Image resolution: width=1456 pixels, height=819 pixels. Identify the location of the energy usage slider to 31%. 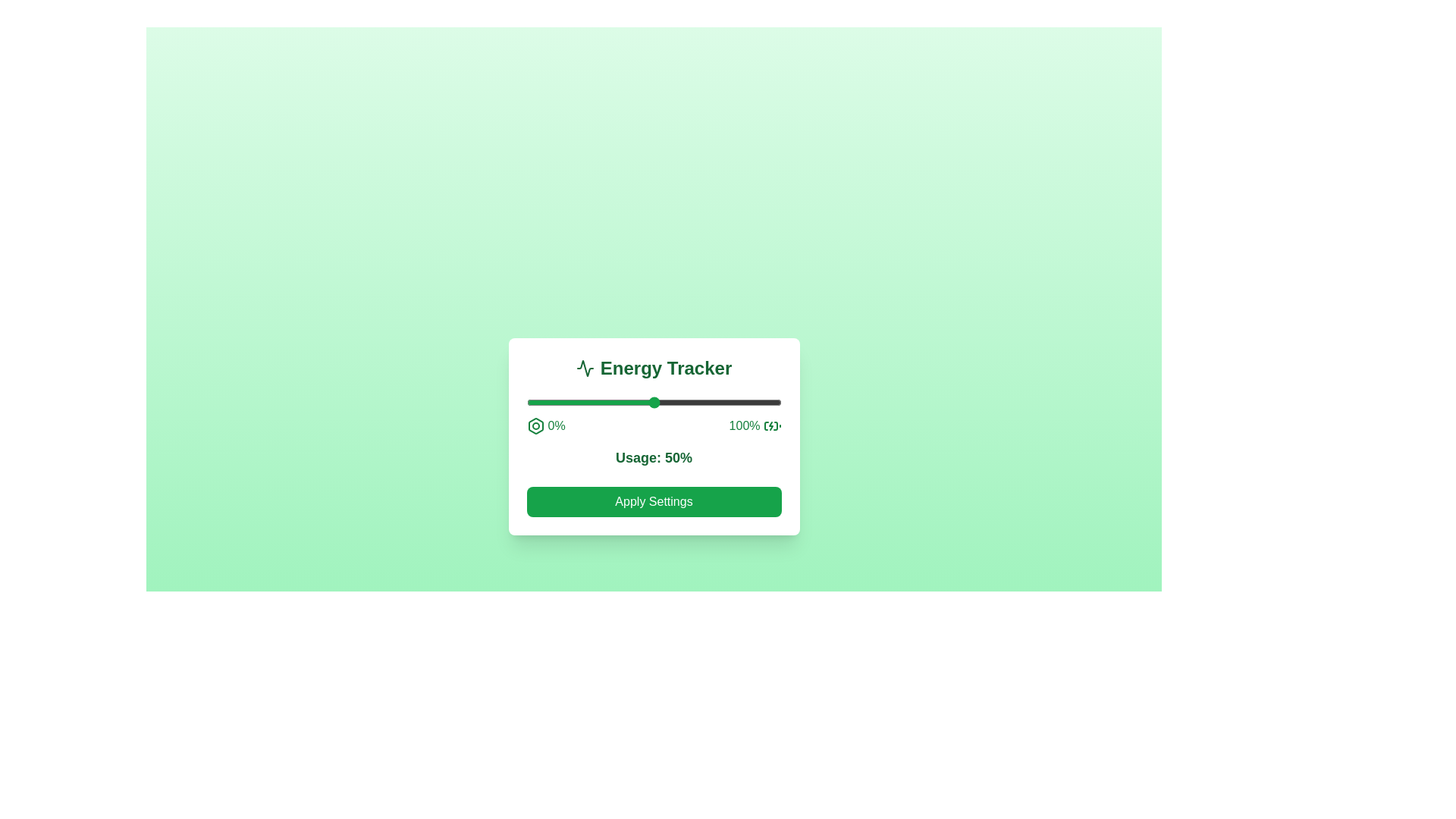
(604, 402).